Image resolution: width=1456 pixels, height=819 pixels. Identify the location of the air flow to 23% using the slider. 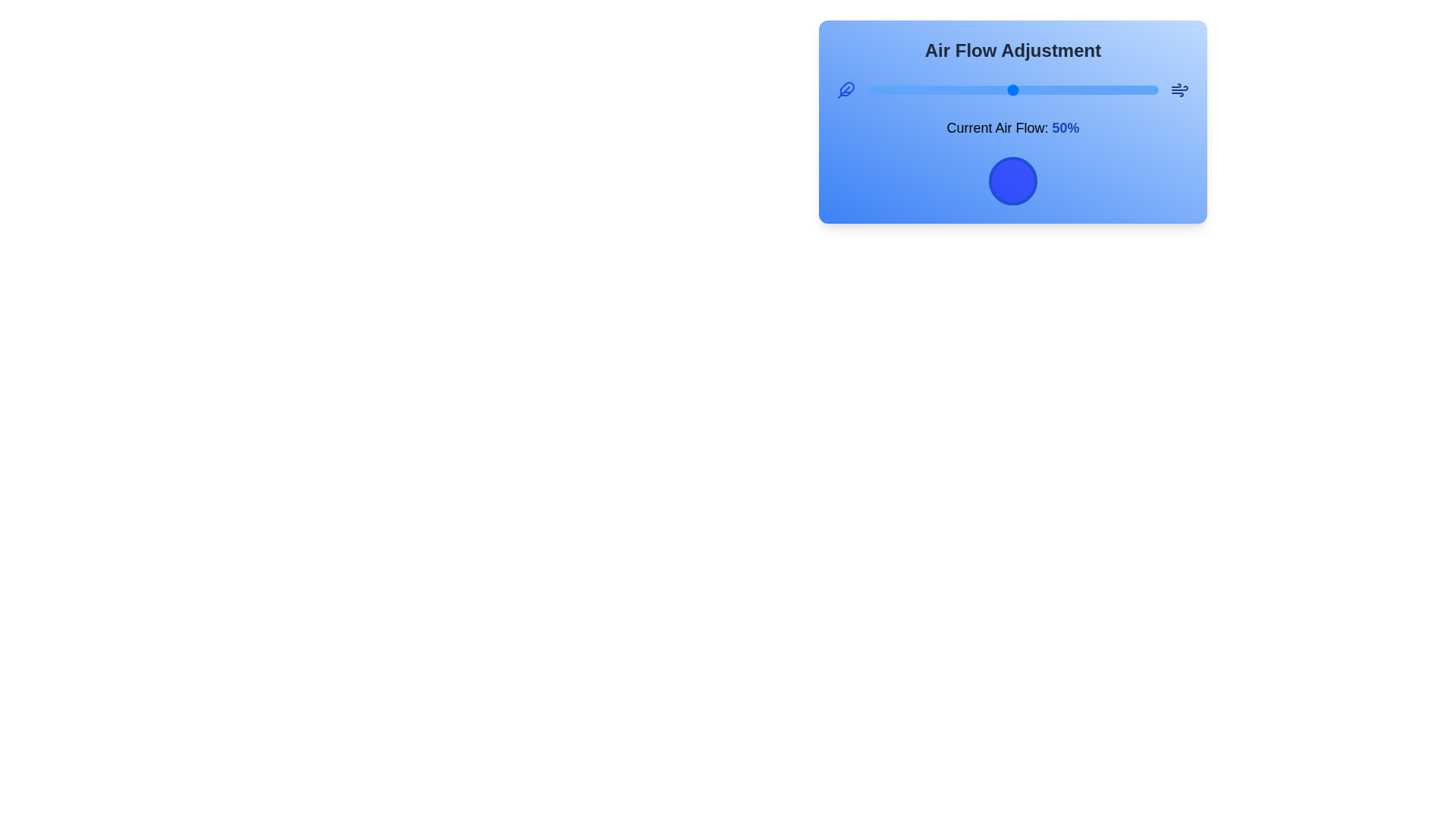
(934, 90).